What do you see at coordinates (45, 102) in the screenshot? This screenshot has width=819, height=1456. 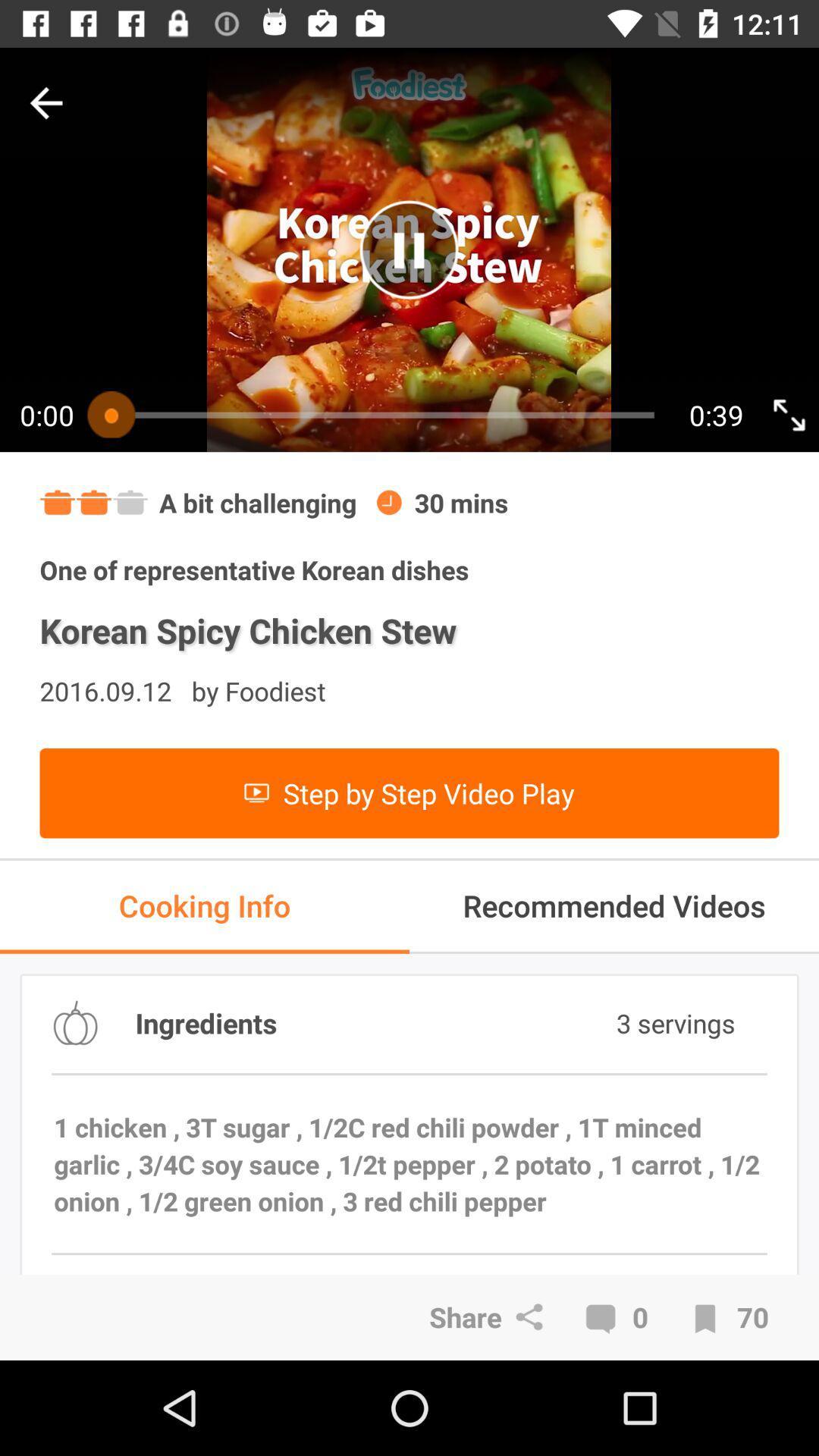 I see `go back` at bounding box center [45, 102].